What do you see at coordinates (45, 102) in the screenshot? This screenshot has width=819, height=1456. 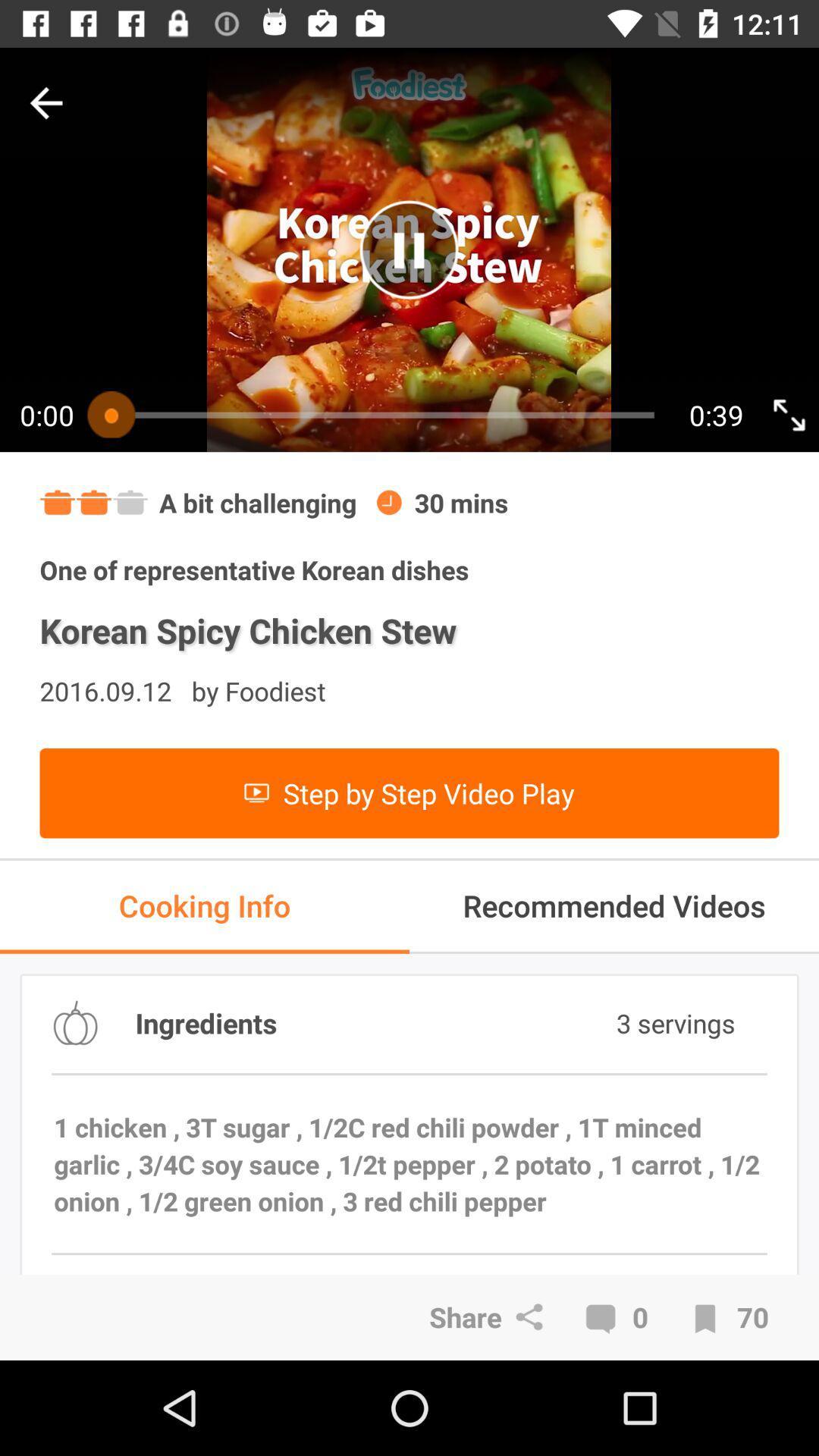 I see `go back` at bounding box center [45, 102].